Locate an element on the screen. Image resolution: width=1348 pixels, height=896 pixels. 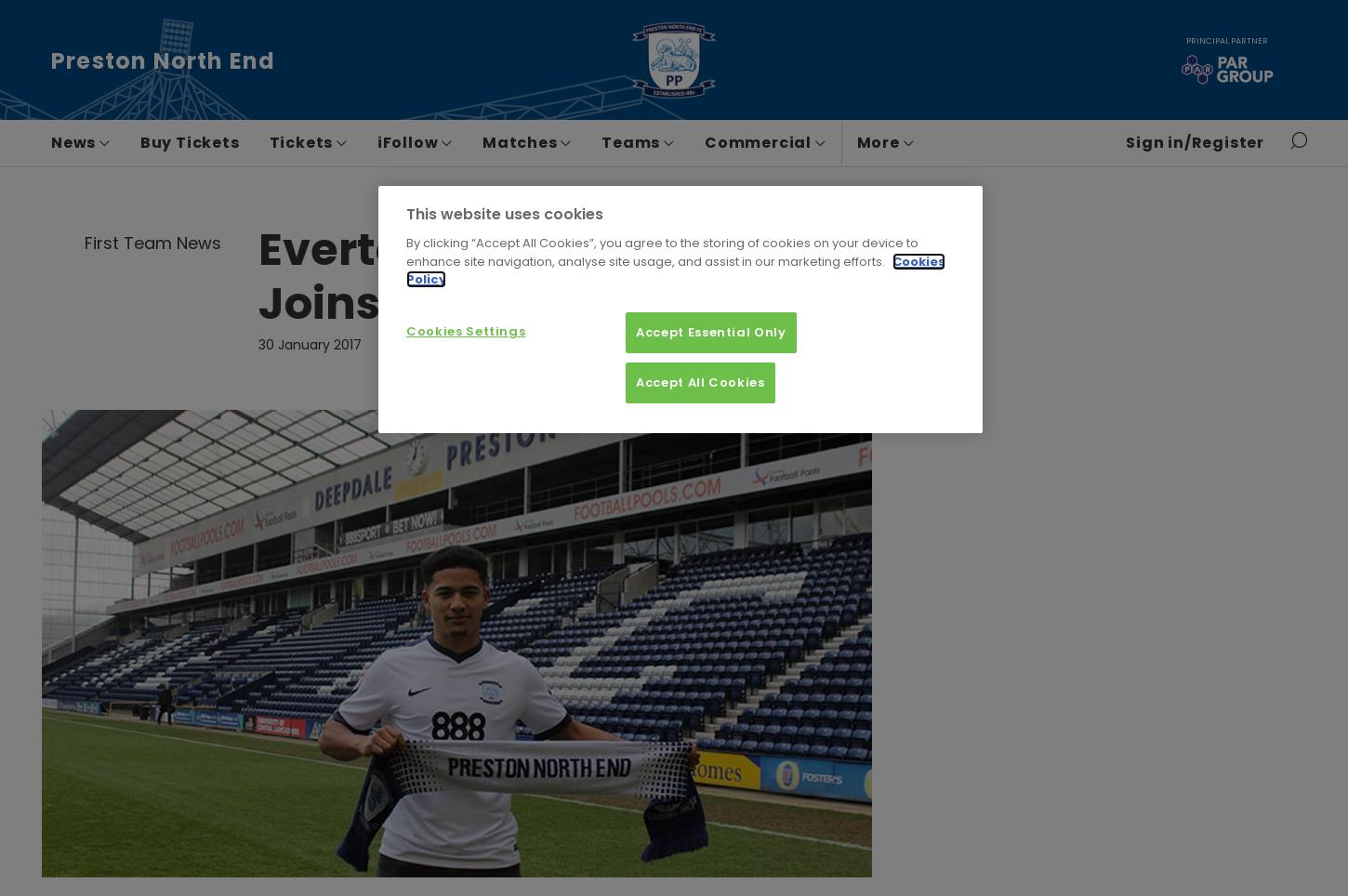
'30 January 2017' is located at coordinates (310, 343).